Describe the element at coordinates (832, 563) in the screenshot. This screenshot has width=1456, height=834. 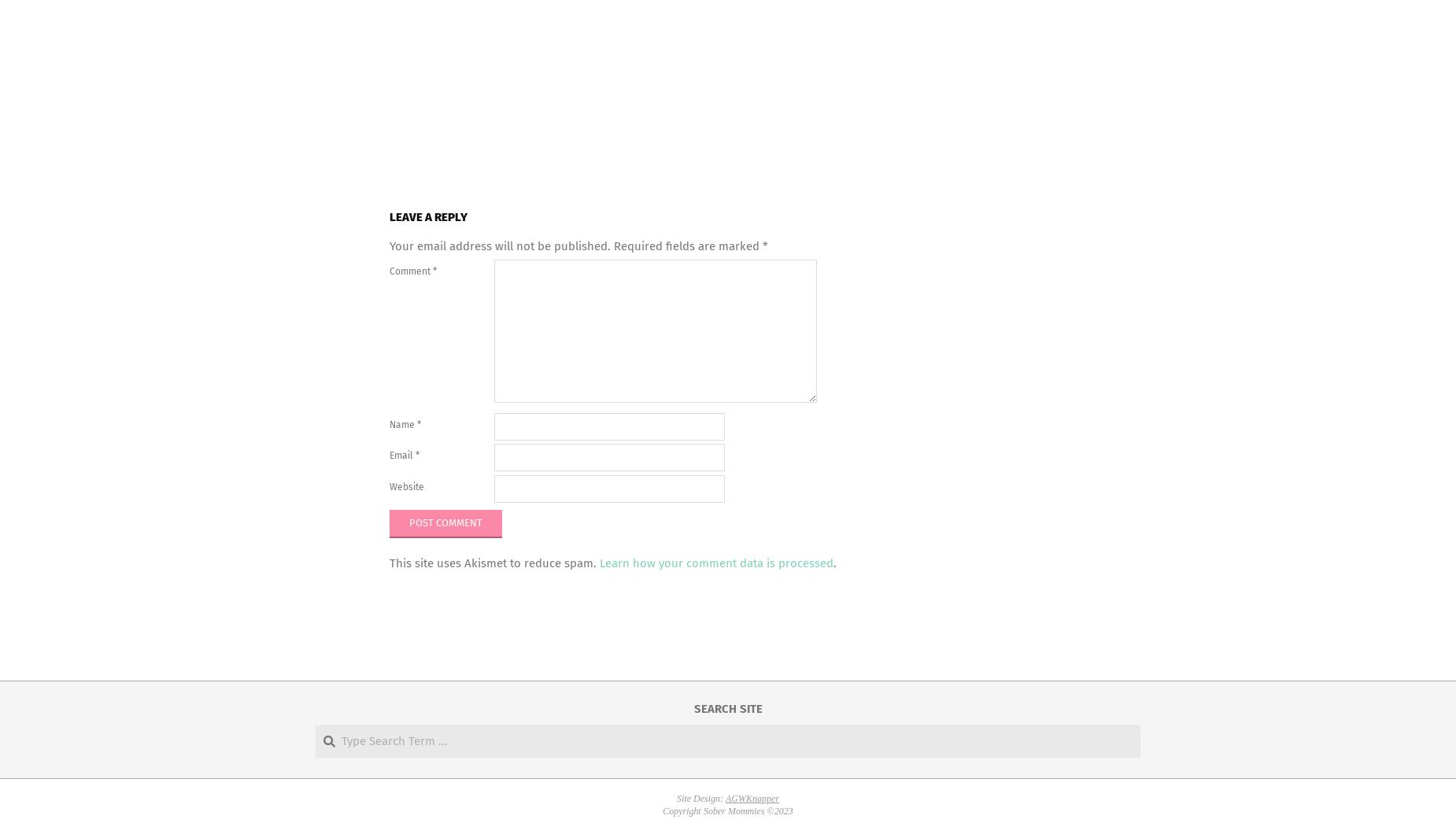
I see `'.'` at that location.